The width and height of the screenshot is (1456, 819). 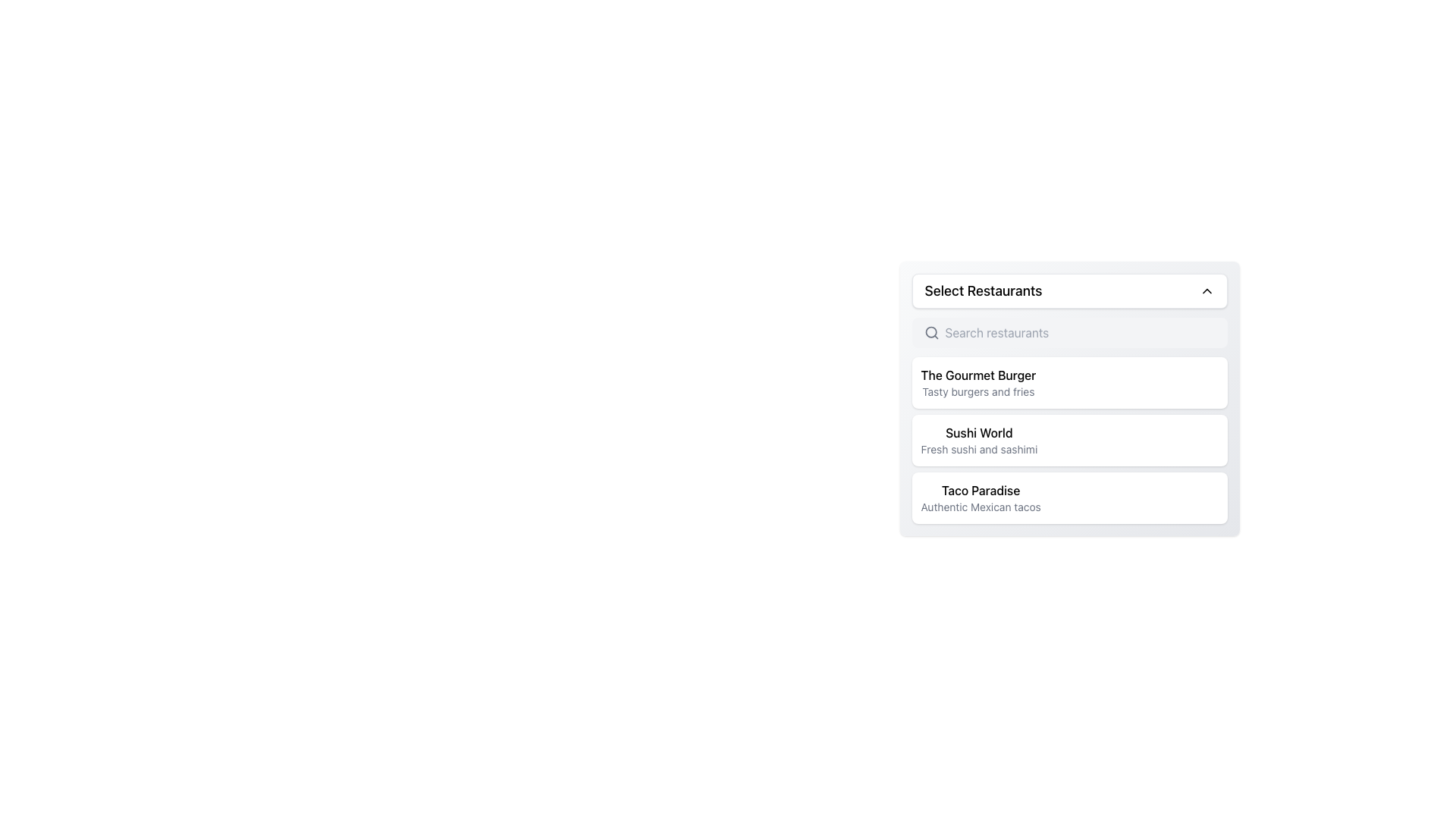 What do you see at coordinates (981, 491) in the screenshot?
I see `the 'Taco Paradise' text label, which displays the restaurant title prominently above its description` at bounding box center [981, 491].